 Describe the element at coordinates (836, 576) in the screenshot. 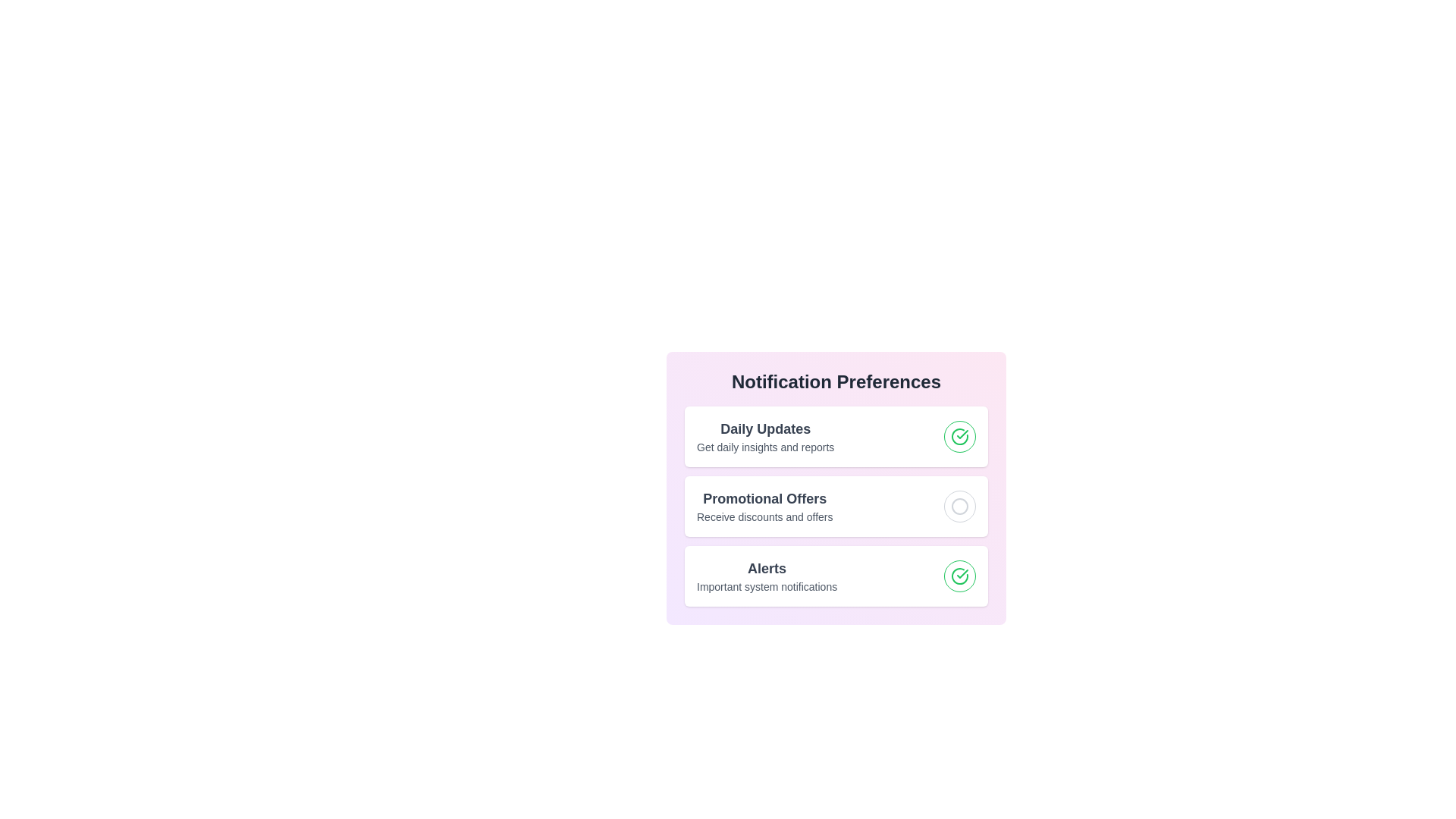

I see `the visual layout of Alerts in the NotificationSelector component` at that location.